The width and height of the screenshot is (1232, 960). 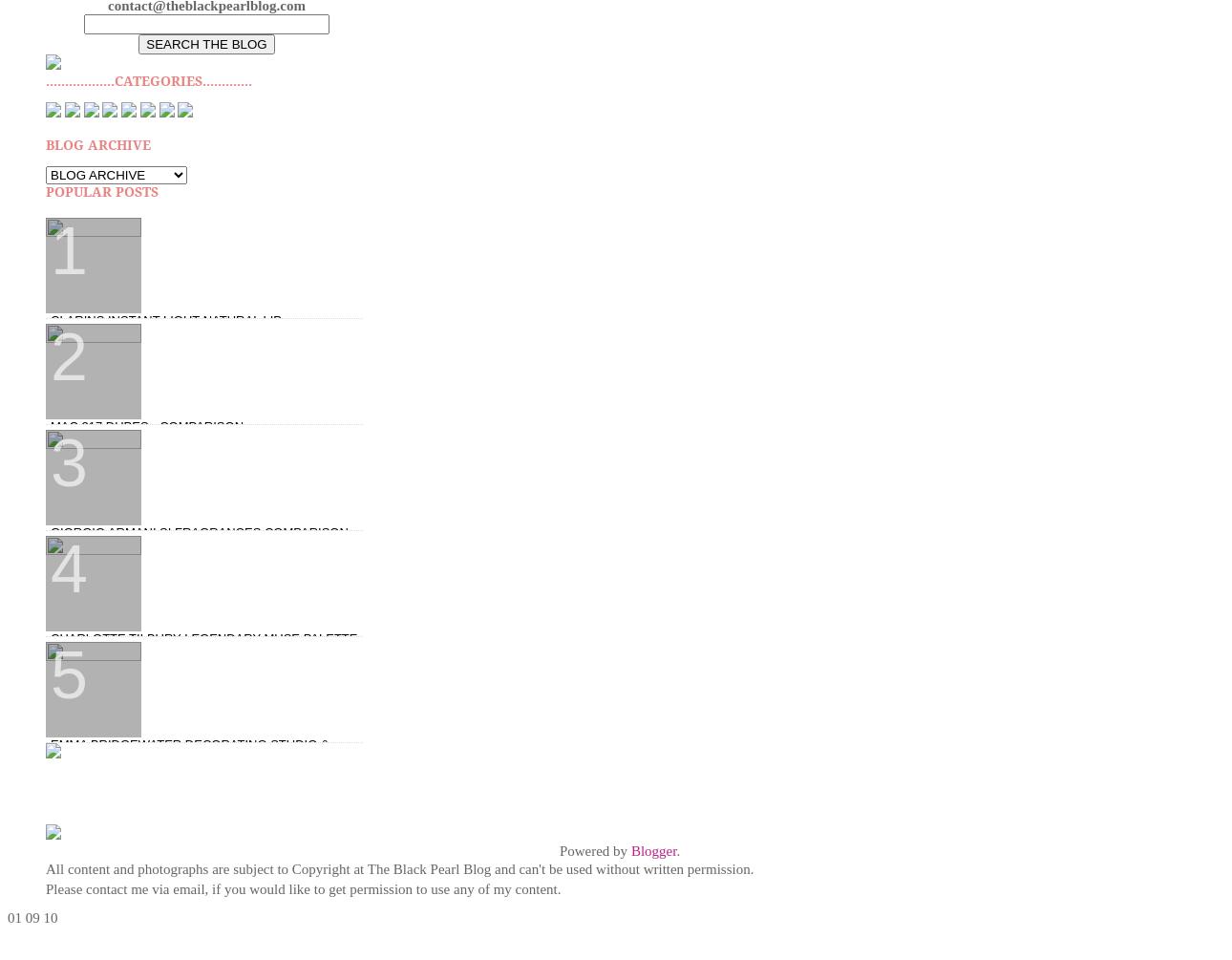 What do you see at coordinates (49, 915) in the screenshot?
I see `'10'` at bounding box center [49, 915].